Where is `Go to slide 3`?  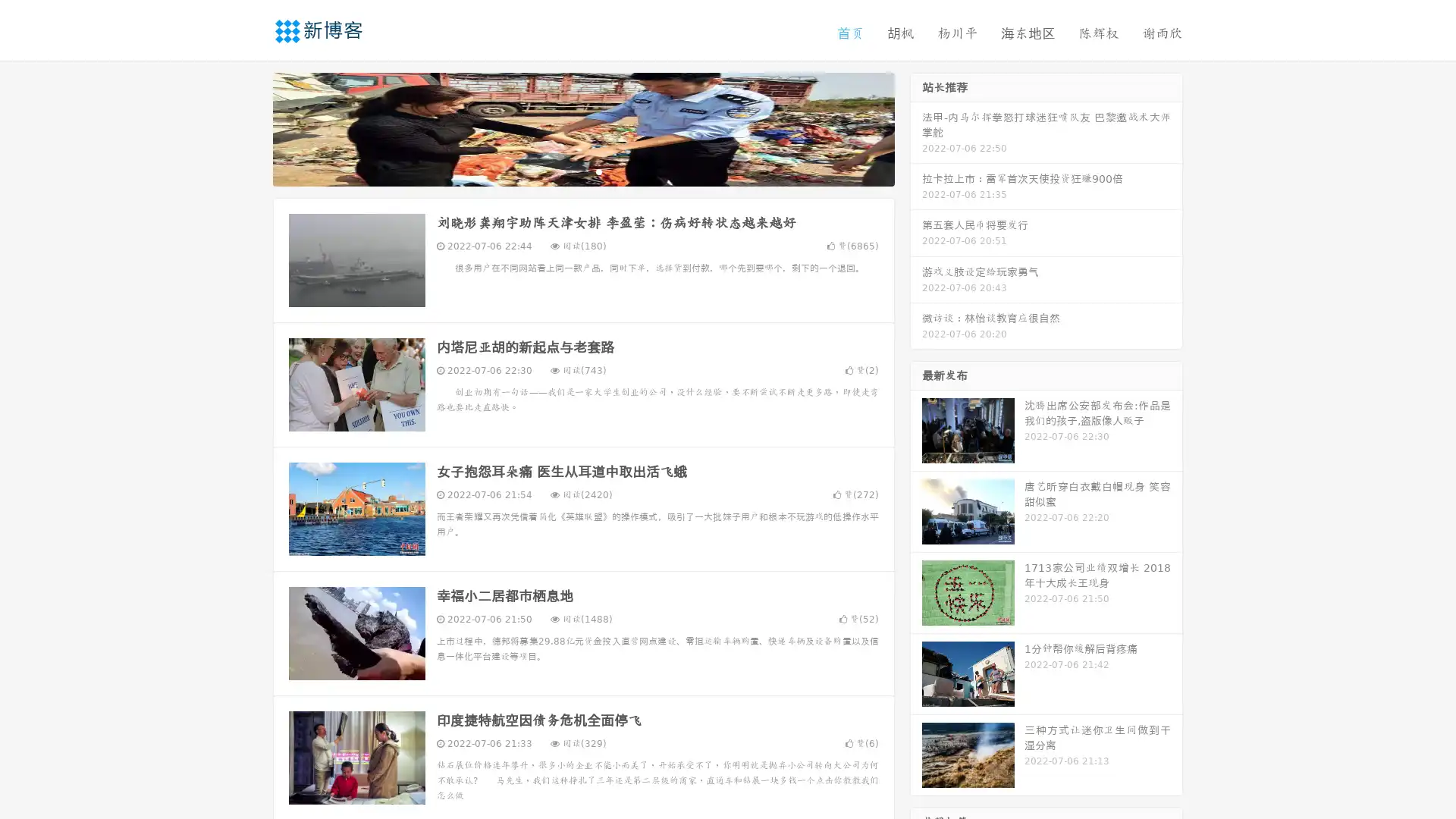
Go to slide 3 is located at coordinates (598, 171).